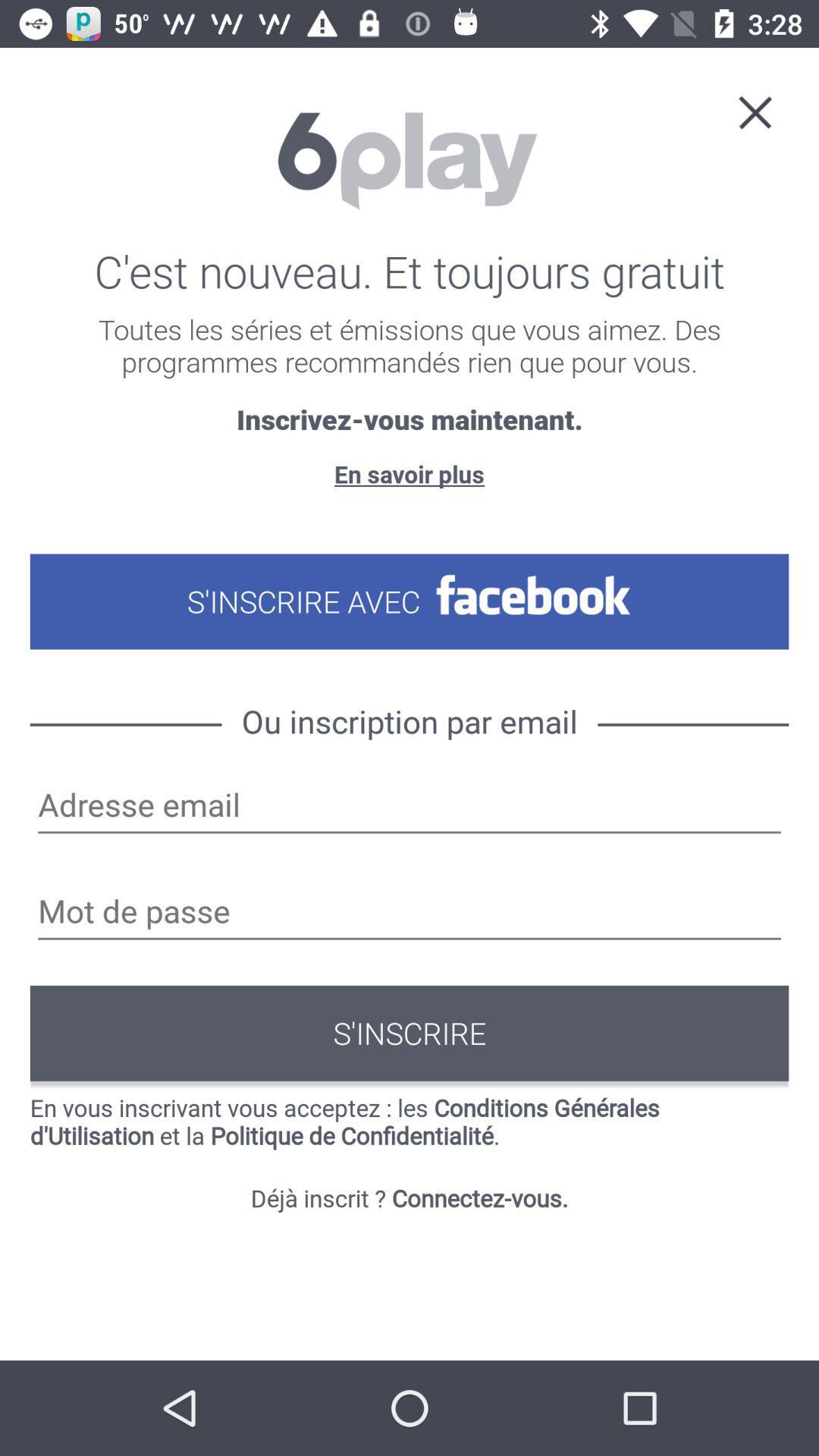 This screenshot has height=1456, width=819. What do you see at coordinates (409, 912) in the screenshot?
I see `the item above s'inscrire item` at bounding box center [409, 912].